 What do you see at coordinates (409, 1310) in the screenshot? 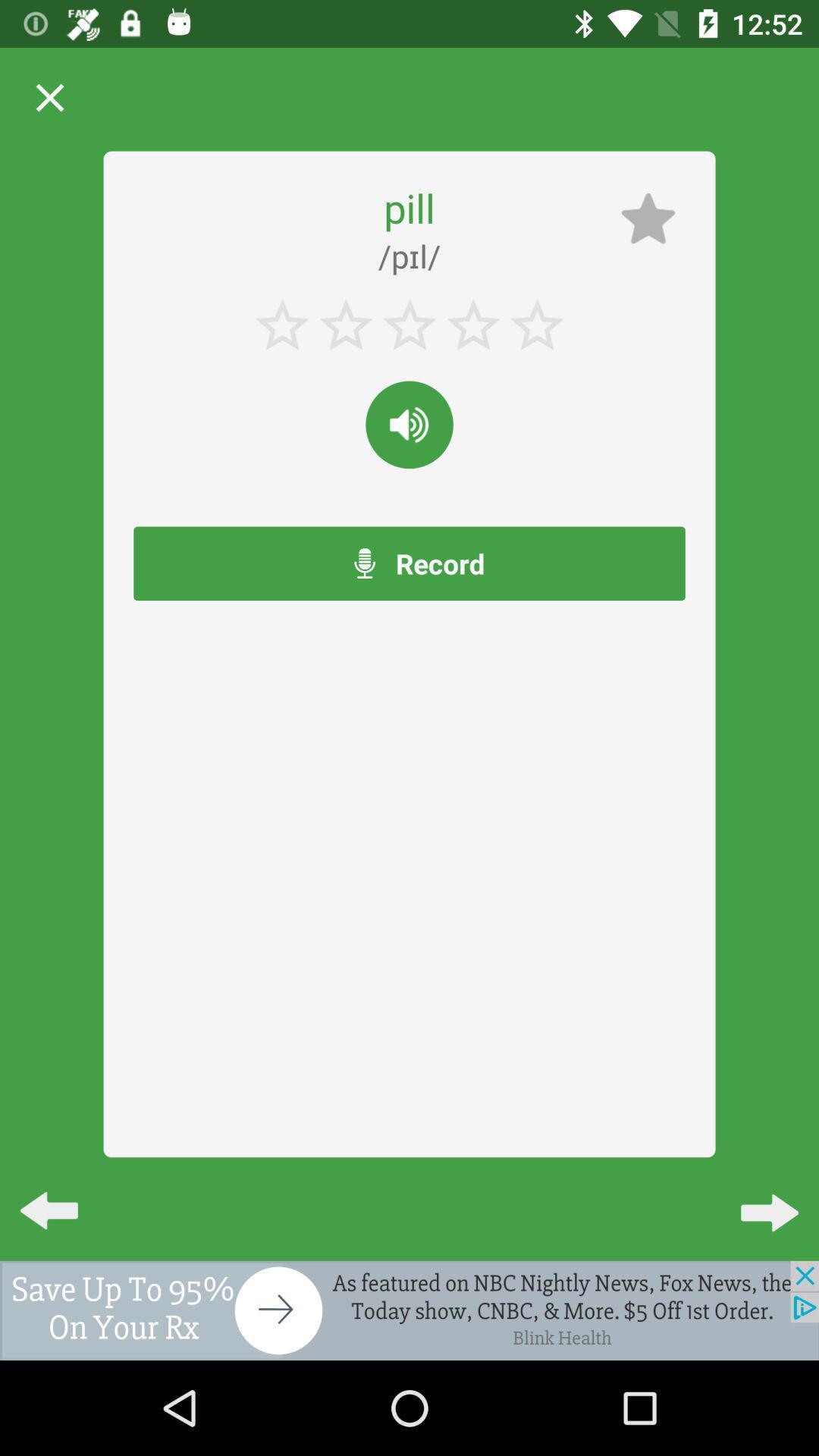
I see `screen button` at bounding box center [409, 1310].